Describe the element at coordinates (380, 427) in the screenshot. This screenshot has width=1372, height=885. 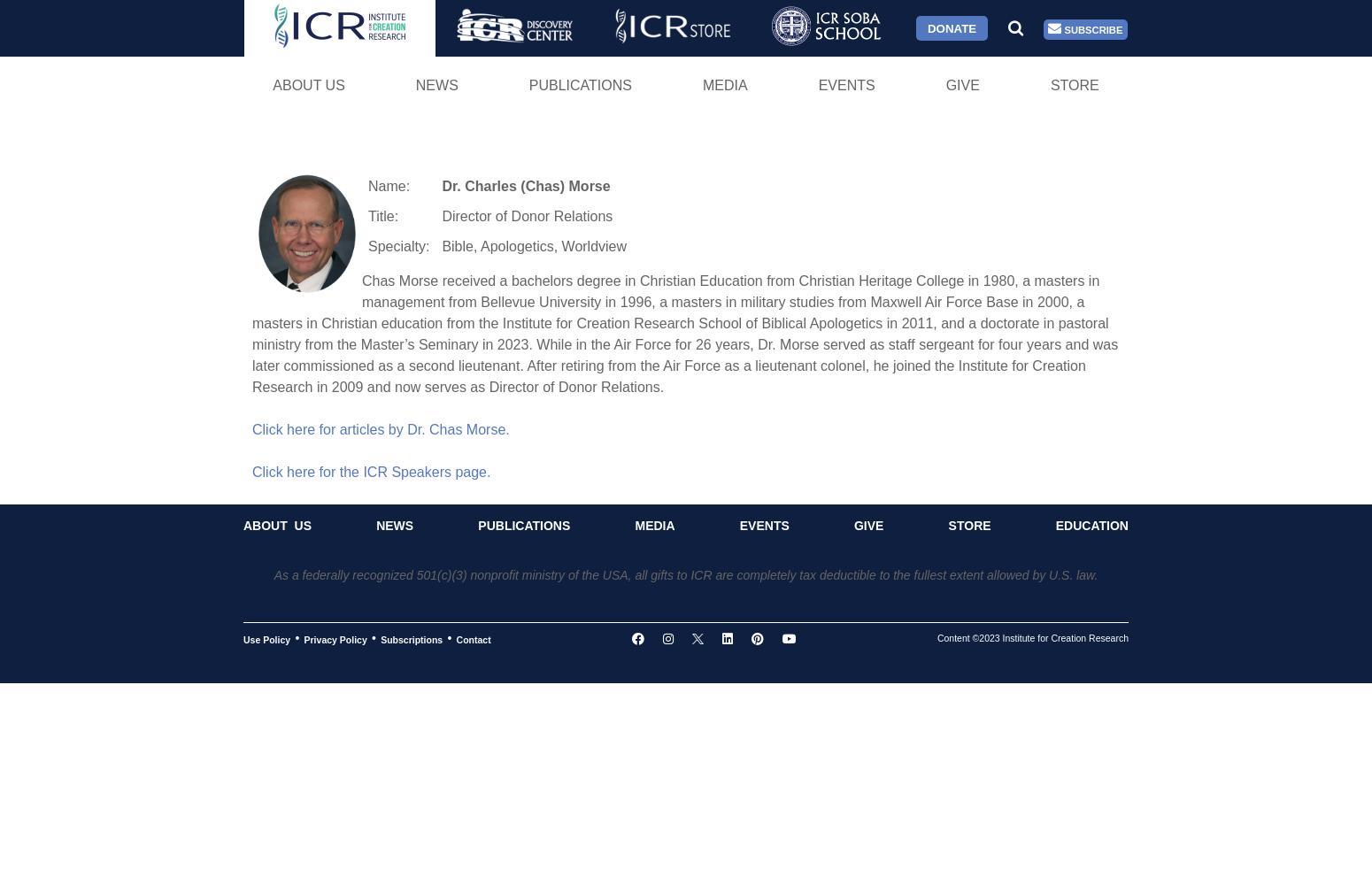
I see `'Click here for articles by Dr. Chas Morse.'` at that location.